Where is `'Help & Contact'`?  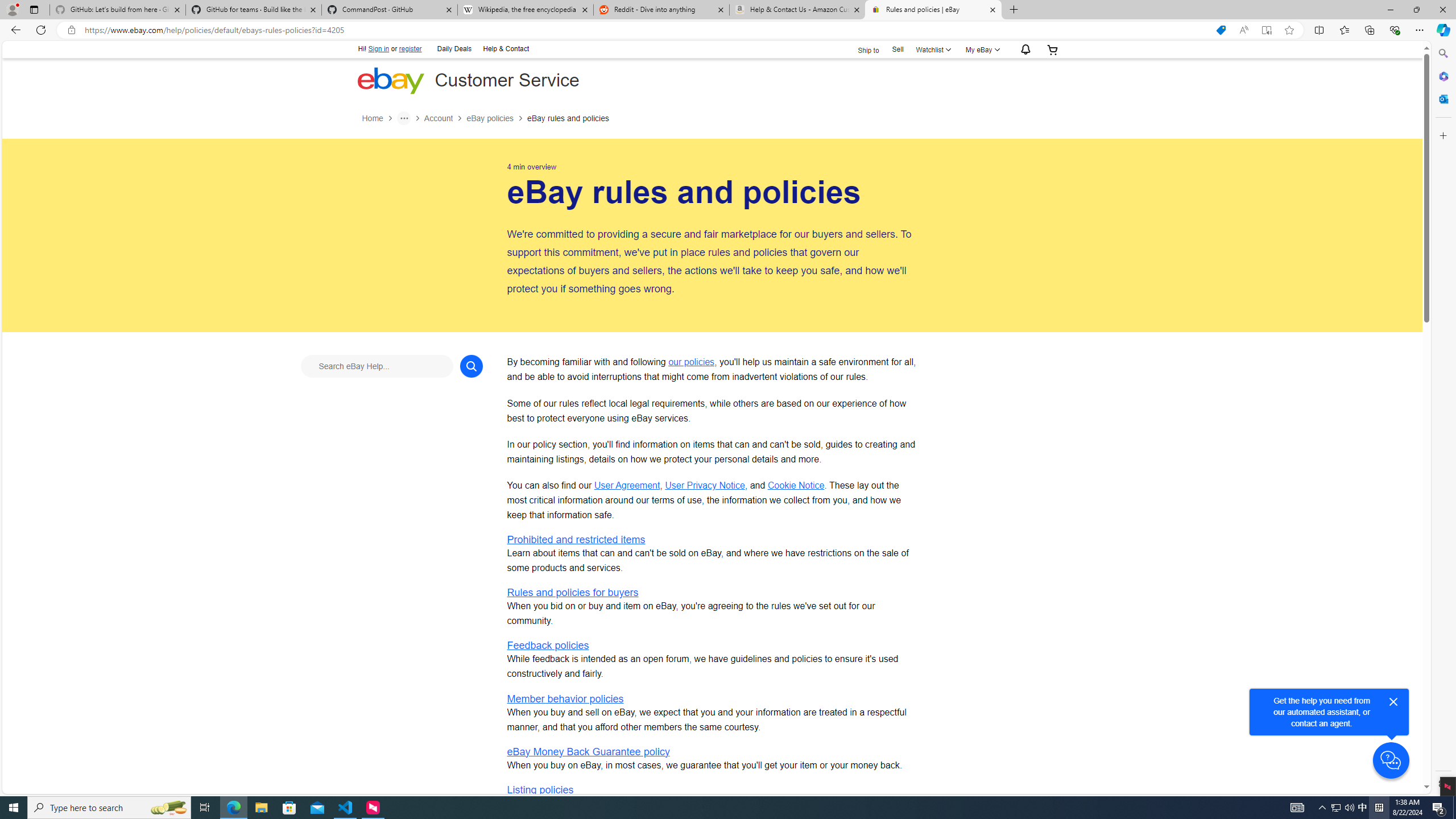 'Help & Contact' is located at coordinates (505, 49).